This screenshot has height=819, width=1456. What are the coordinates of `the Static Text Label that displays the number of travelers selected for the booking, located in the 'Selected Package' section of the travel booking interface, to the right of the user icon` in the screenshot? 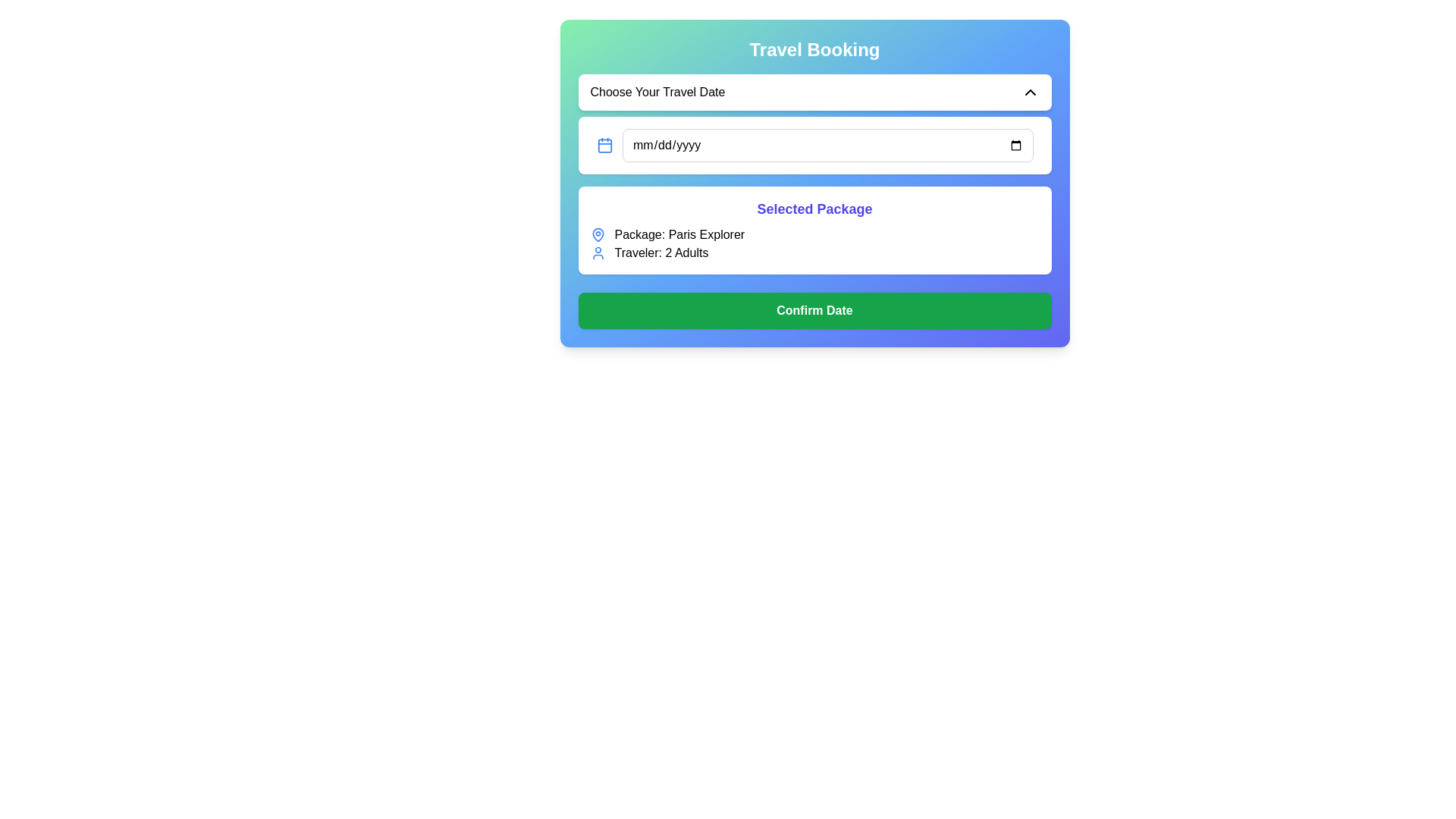 It's located at (661, 253).